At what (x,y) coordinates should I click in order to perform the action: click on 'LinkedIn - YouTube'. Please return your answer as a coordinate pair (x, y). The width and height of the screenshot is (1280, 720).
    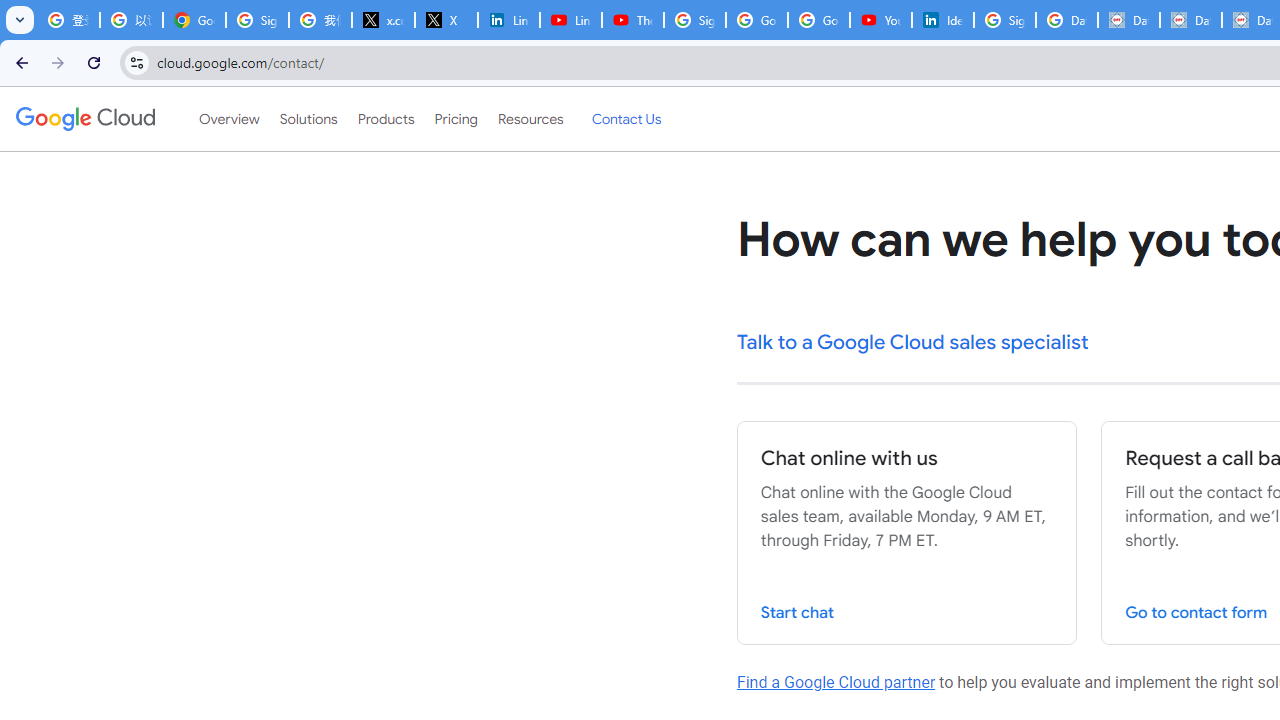
    Looking at the image, I should click on (569, 20).